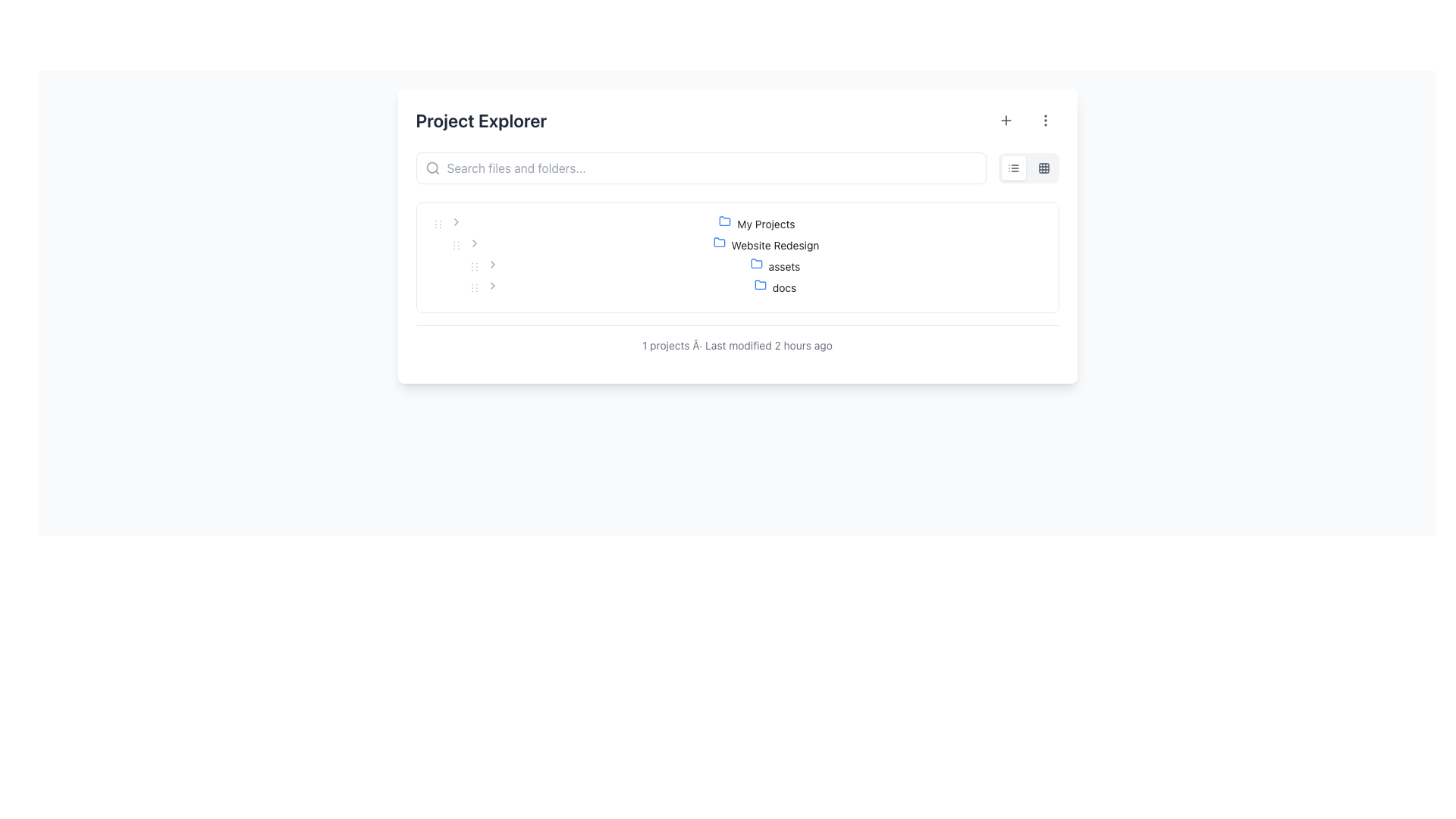 The width and height of the screenshot is (1456, 819). I want to click on a folder within the Tree structure in the 'Project Explorer' section, so click(737, 256).